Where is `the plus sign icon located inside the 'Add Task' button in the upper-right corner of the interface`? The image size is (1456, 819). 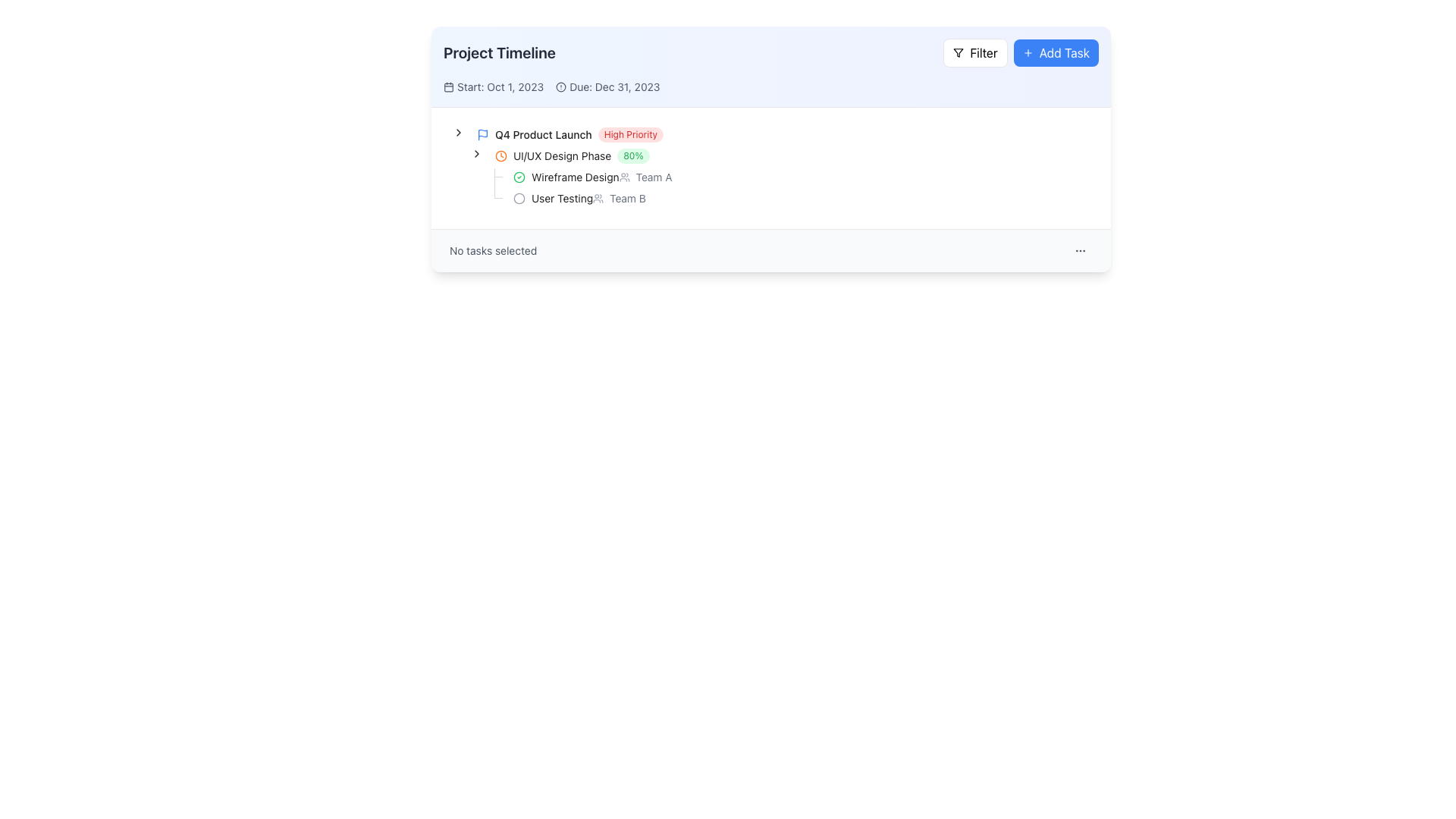
the plus sign icon located inside the 'Add Task' button in the upper-right corner of the interface is located at coordinates (1028, 52).